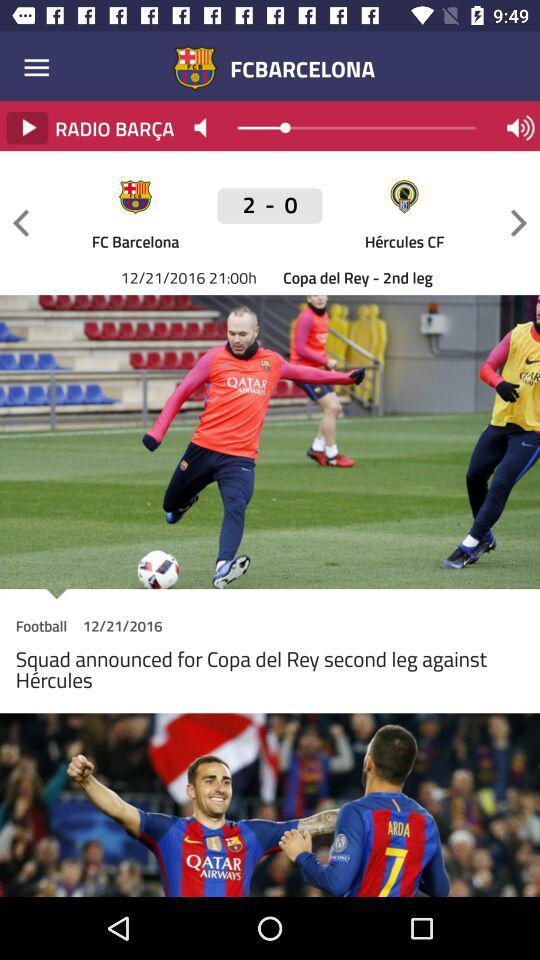  Describe the element at coordinates (20, 223) in the screenshot. I see `go back` at that location.